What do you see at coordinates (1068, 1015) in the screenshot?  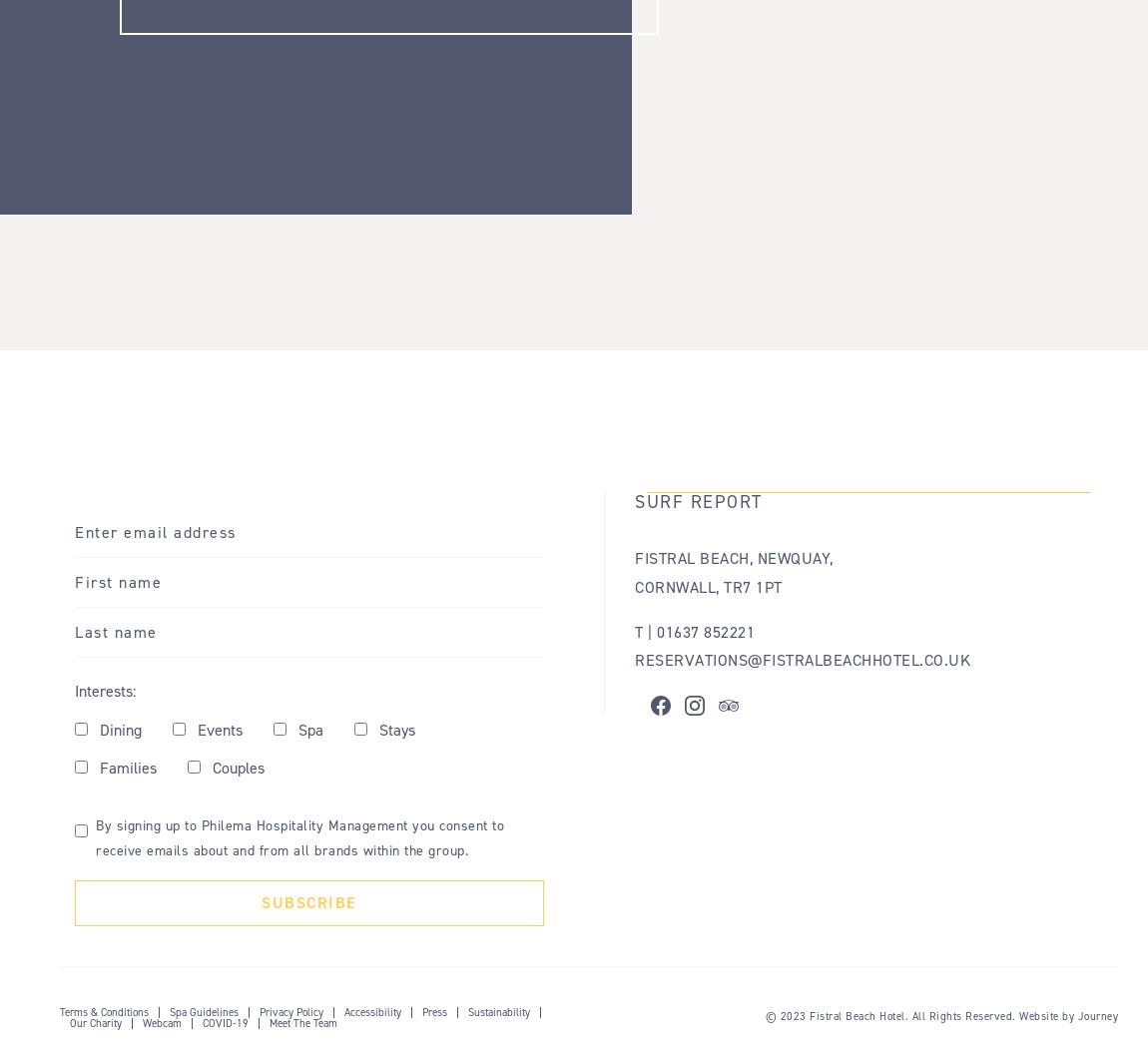 I see `'Website by Journey'` at bounding box center [1068, 1015].